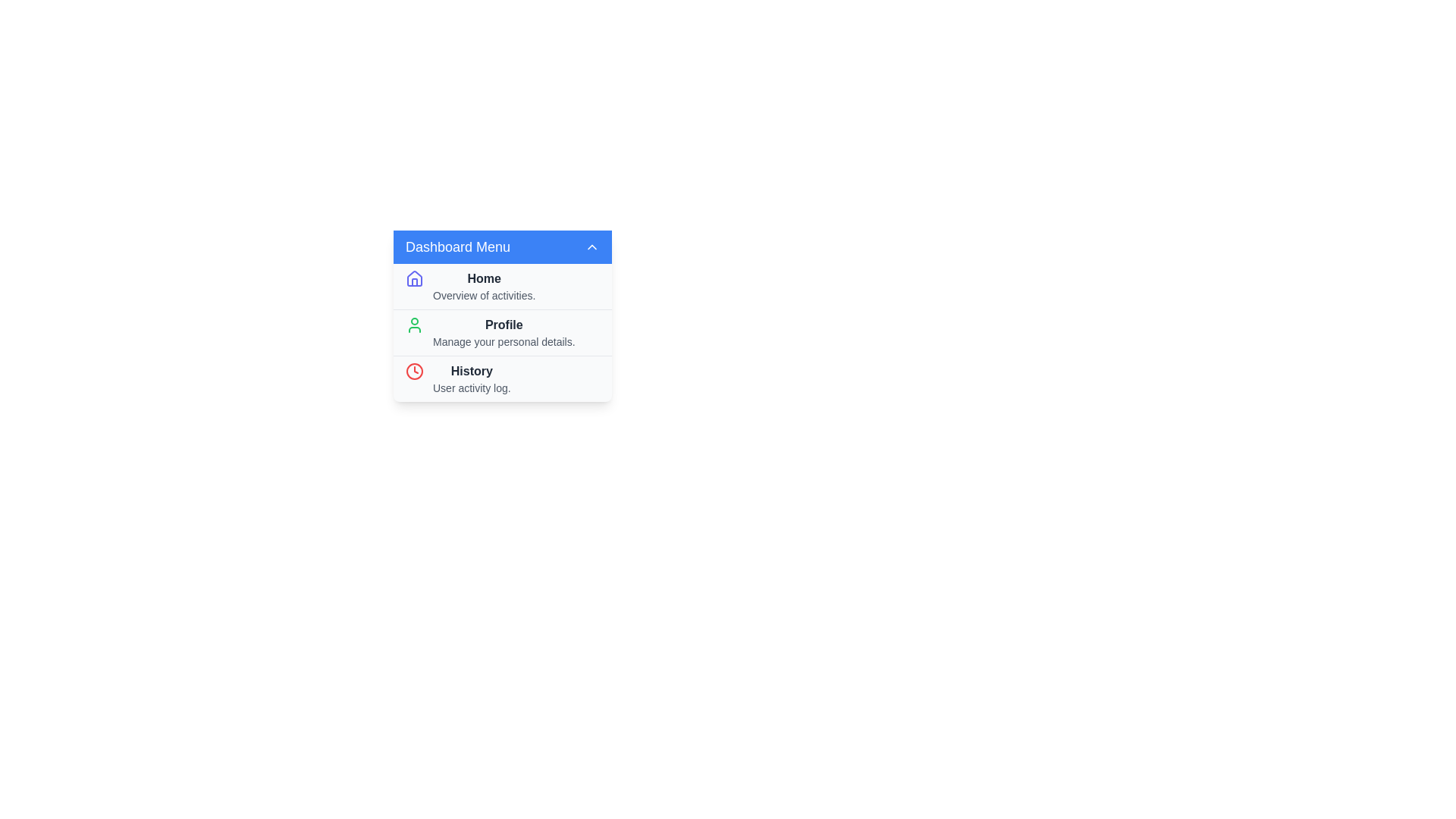  Describe the element at coordinates (415, 278) in the screenshot. I see `the indigo outlined house icon located to the left of the bold 'Home' text in the 'Dashboard Menu'` at that location.